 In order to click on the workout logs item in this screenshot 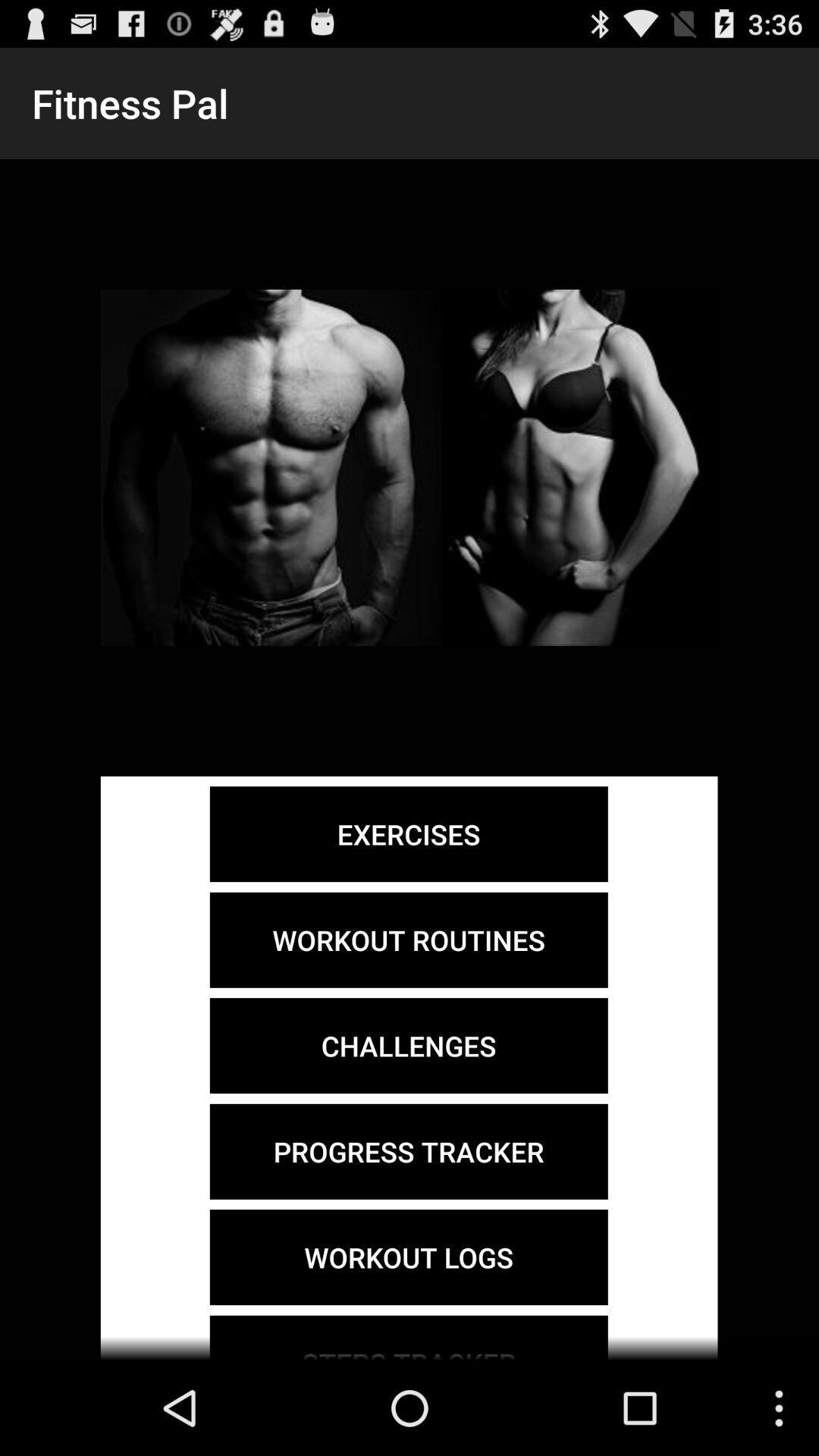, I will do `click(408, 1257)`.